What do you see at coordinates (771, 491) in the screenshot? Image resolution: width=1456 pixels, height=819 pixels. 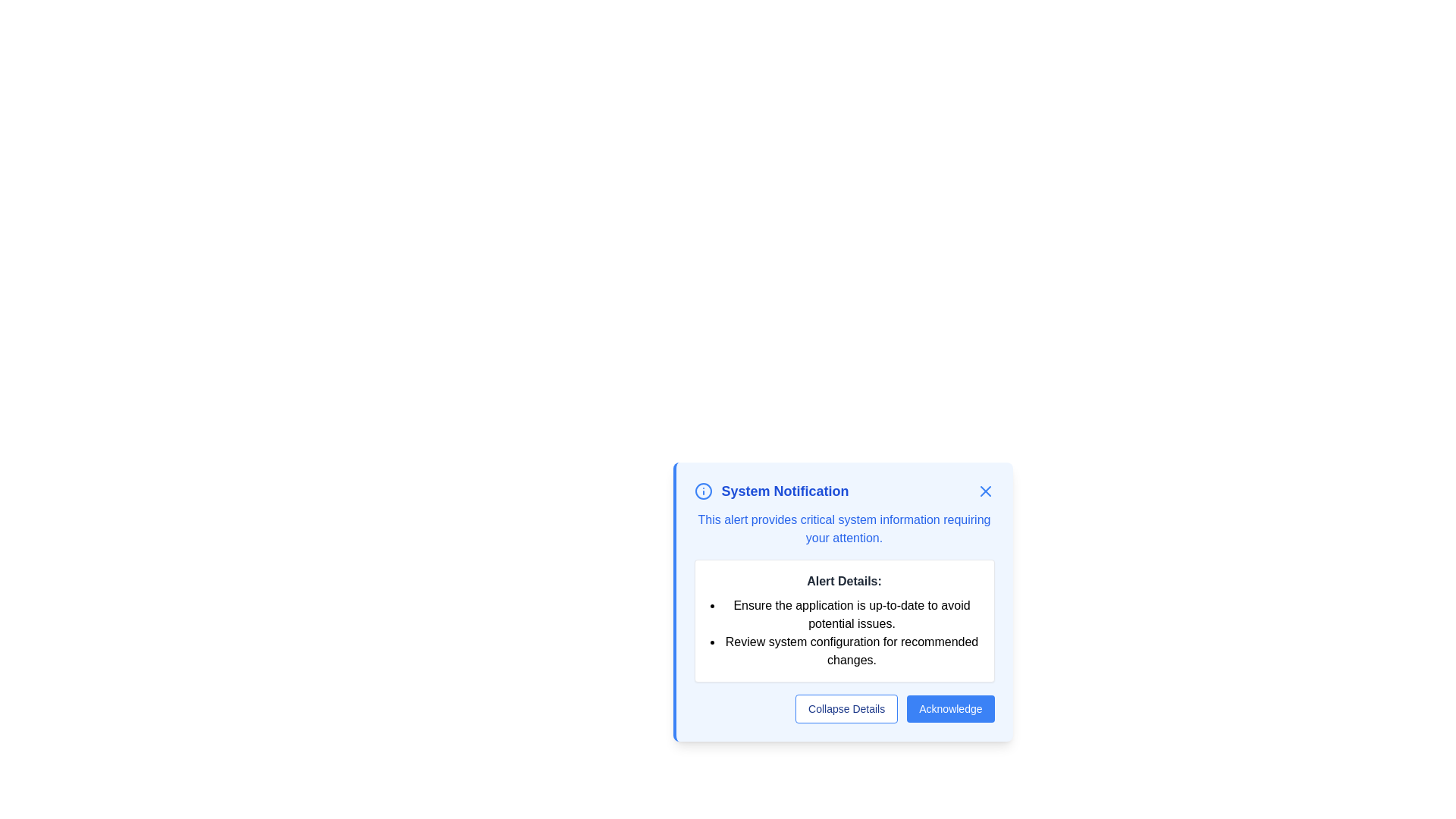 I see `the Text label with an accompanying icon located at the upper part of the modal dialog, which serves as the title of the modal` at bounding box center [771, 491].